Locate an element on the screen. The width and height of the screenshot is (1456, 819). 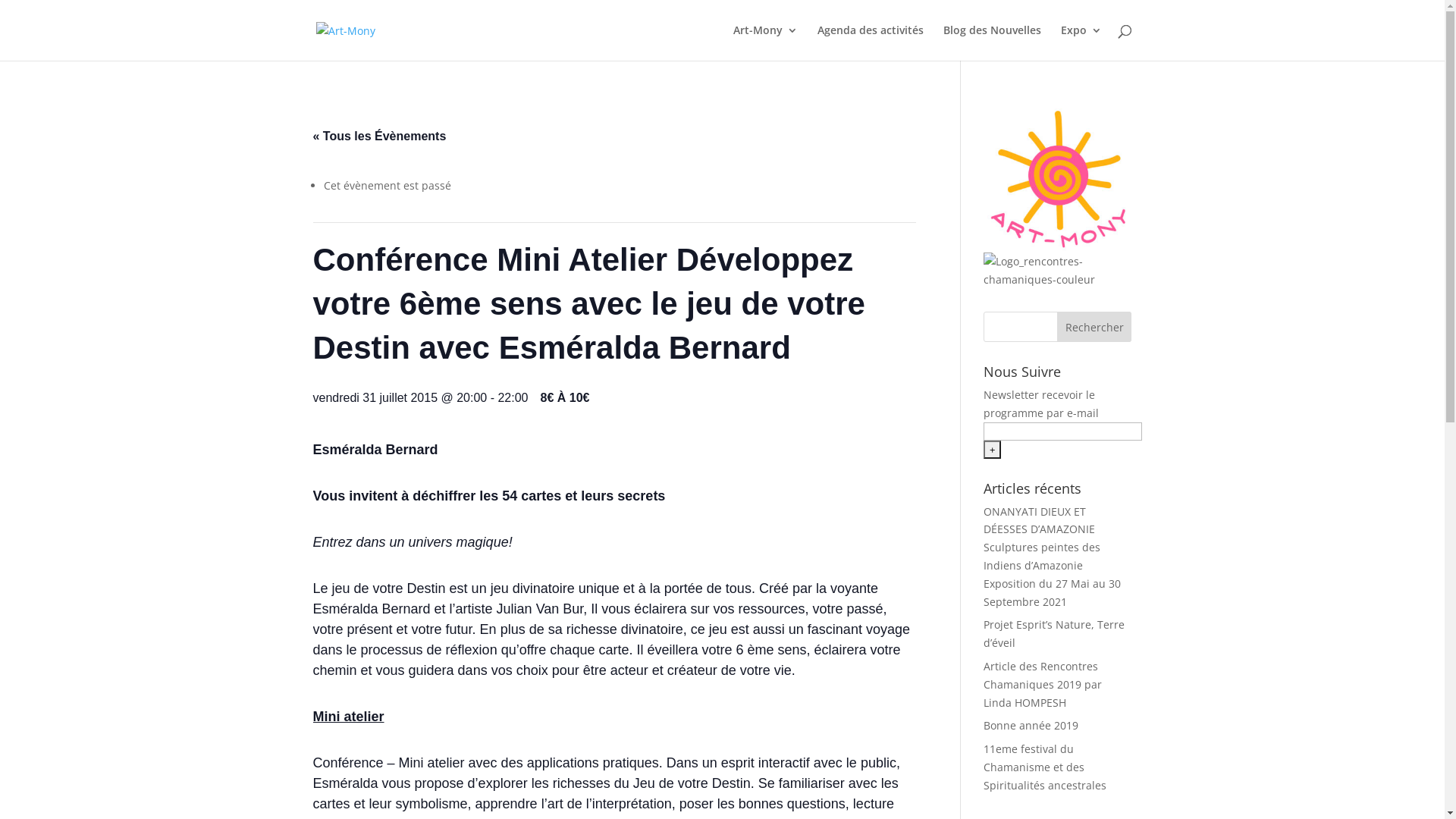
'Logo_rencontres-chamaniques-couleur' is located at coordinates (1056, 270).